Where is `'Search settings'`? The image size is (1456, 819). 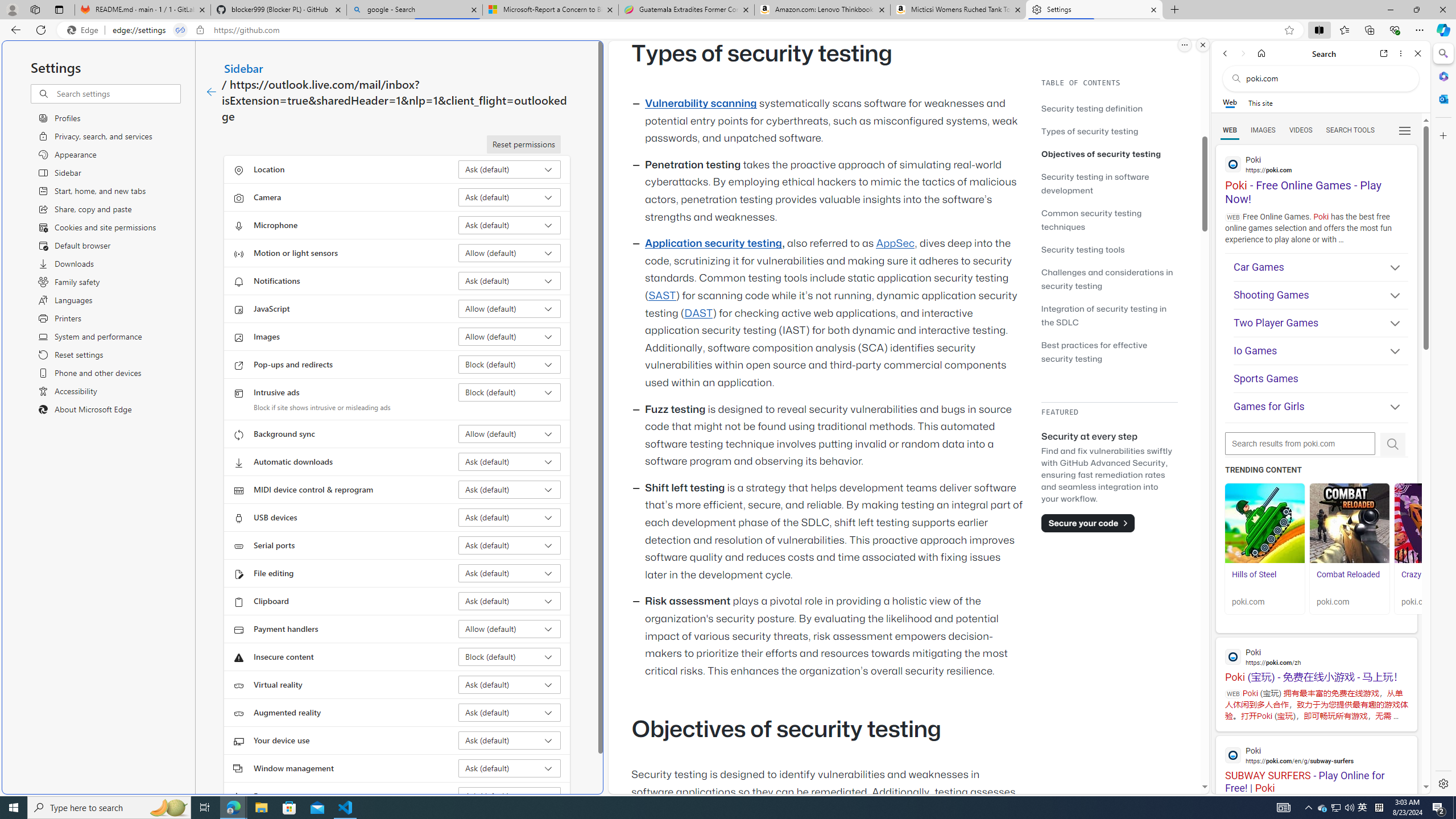
'Search settings' is located at coordinates (118, 93).